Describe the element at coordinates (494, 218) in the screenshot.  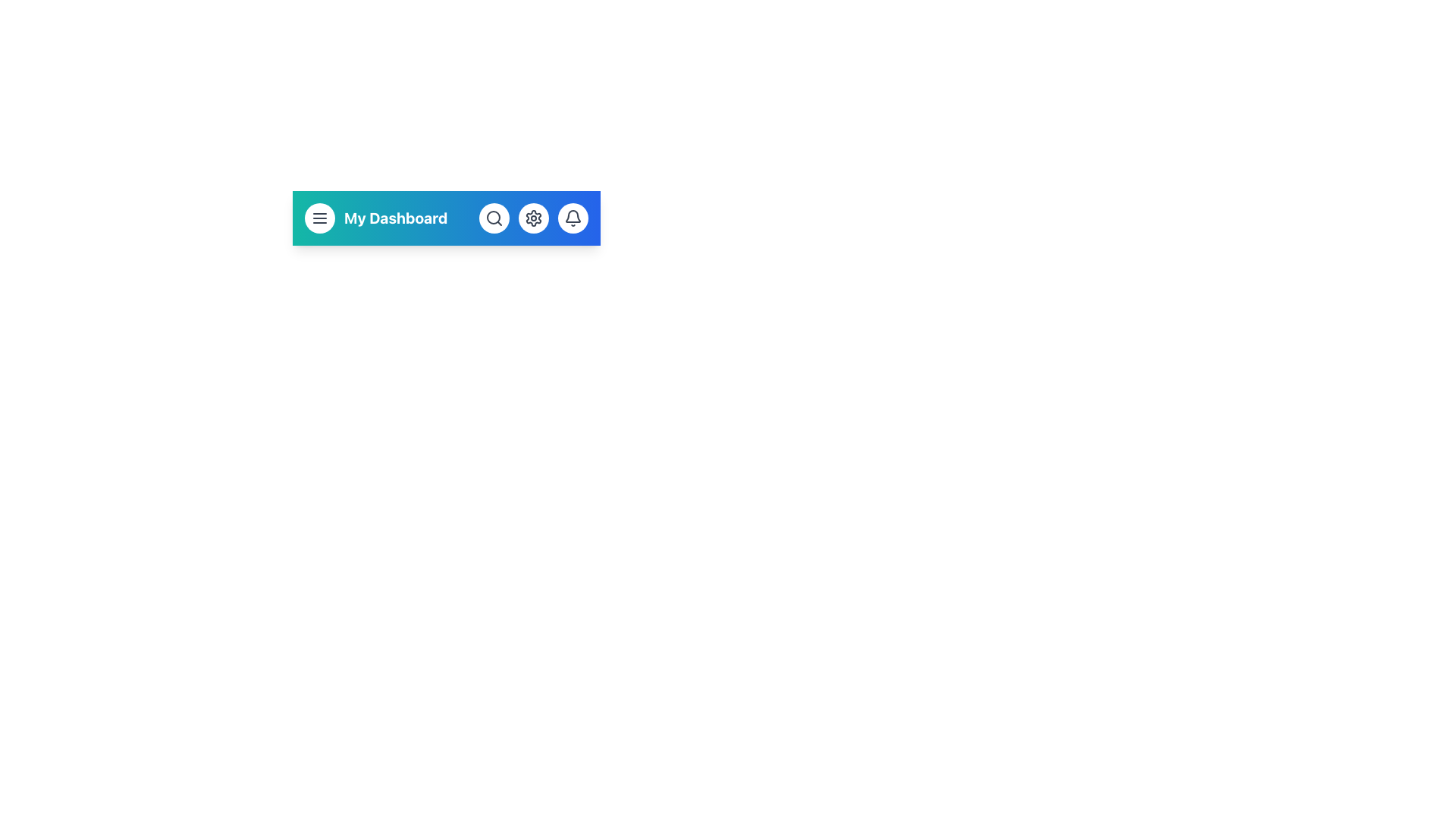
I see `the second button from the left in the navigation bar` at that location.